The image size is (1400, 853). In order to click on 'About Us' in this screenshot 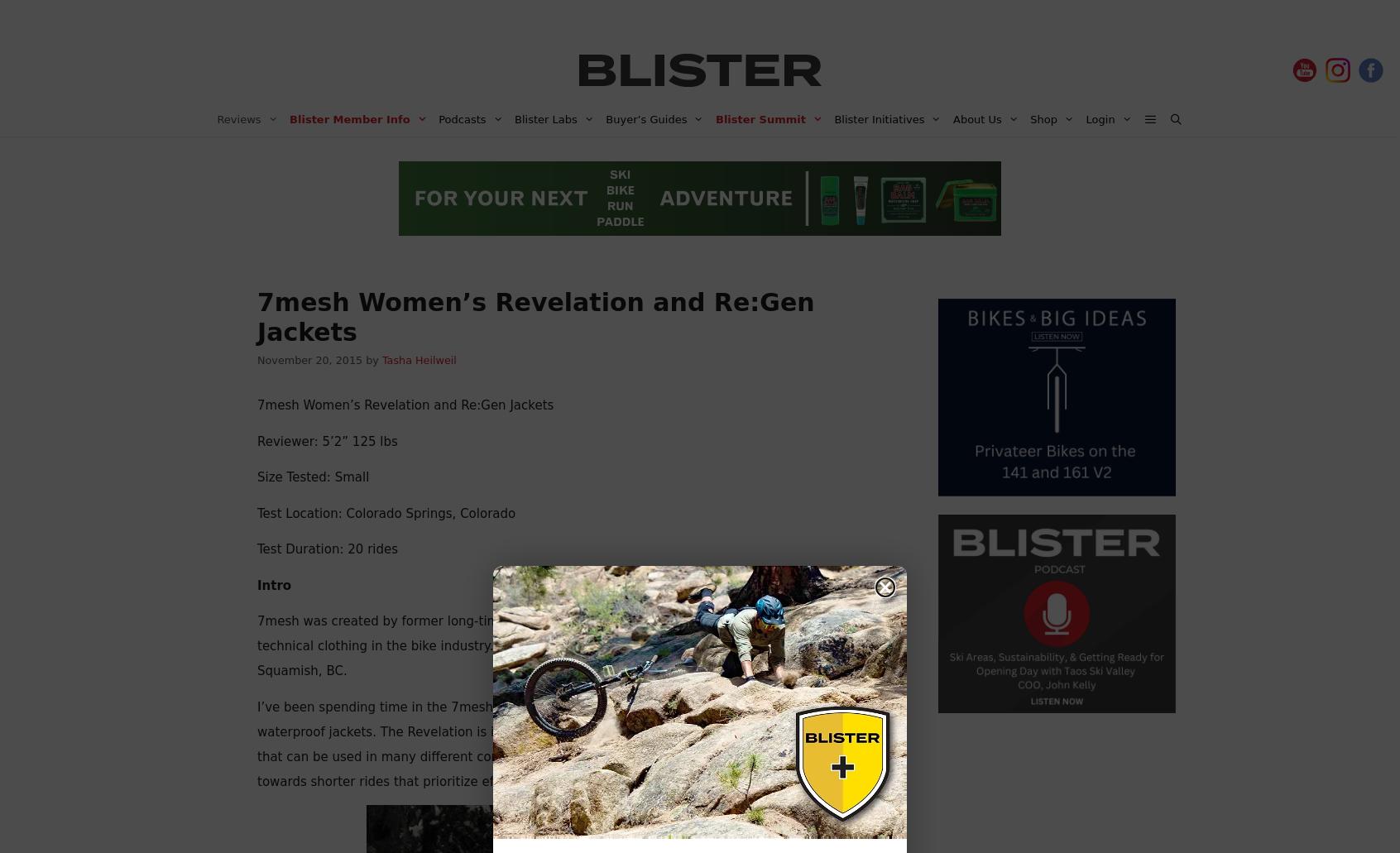, I will do `click(952, 118)`.